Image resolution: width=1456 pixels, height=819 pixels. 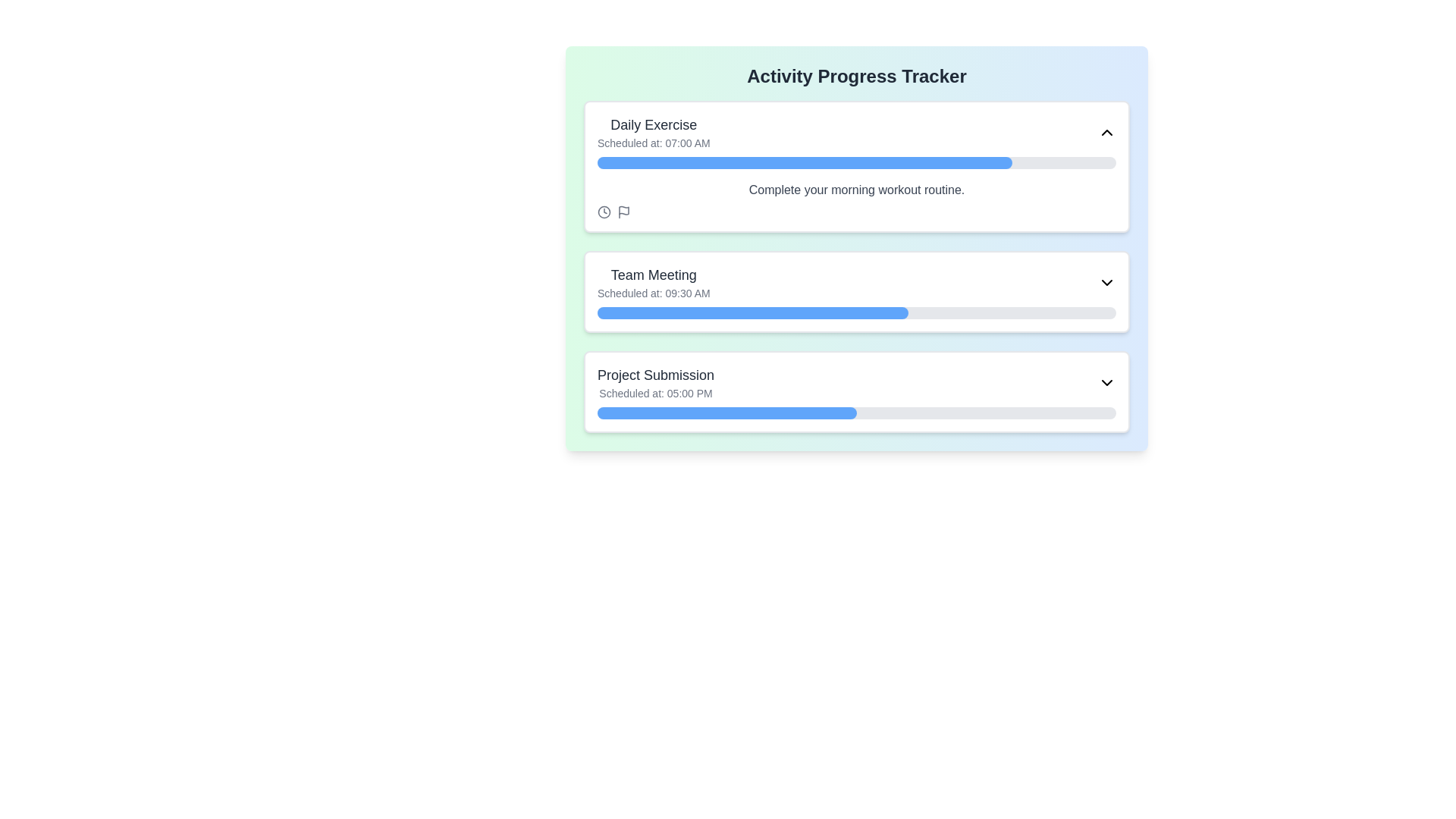 What do you see at coordinates (726, 413) in the screenshot?
I see `the filled portion of the progress bar indicating 50% completion of the 'Project Submission' task, located in the bottom half of the interface within the third card` at bounding box center [726, 413].